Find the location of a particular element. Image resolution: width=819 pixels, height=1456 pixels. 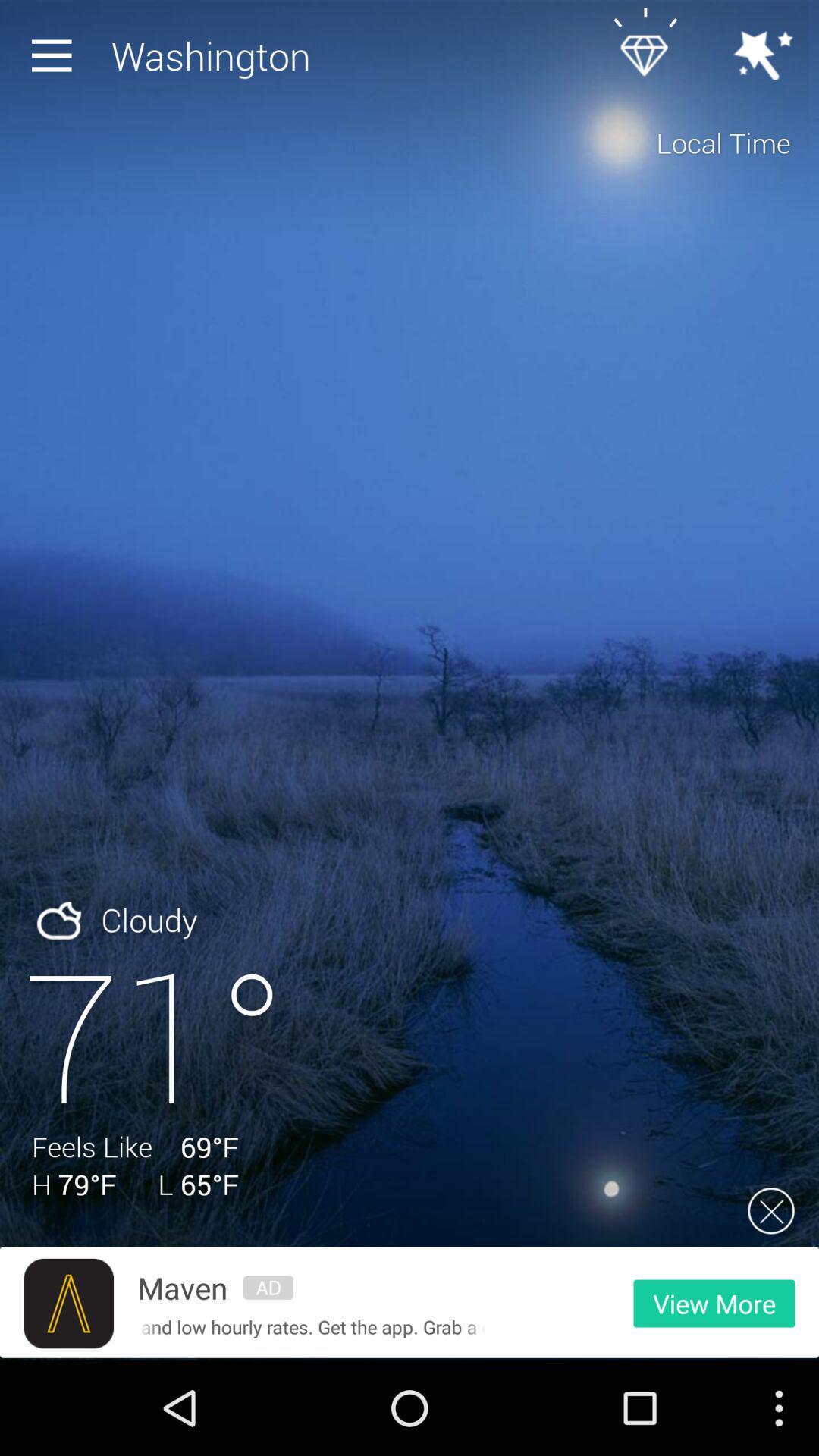

the sliders icon is located at coordinates (268, 1378).